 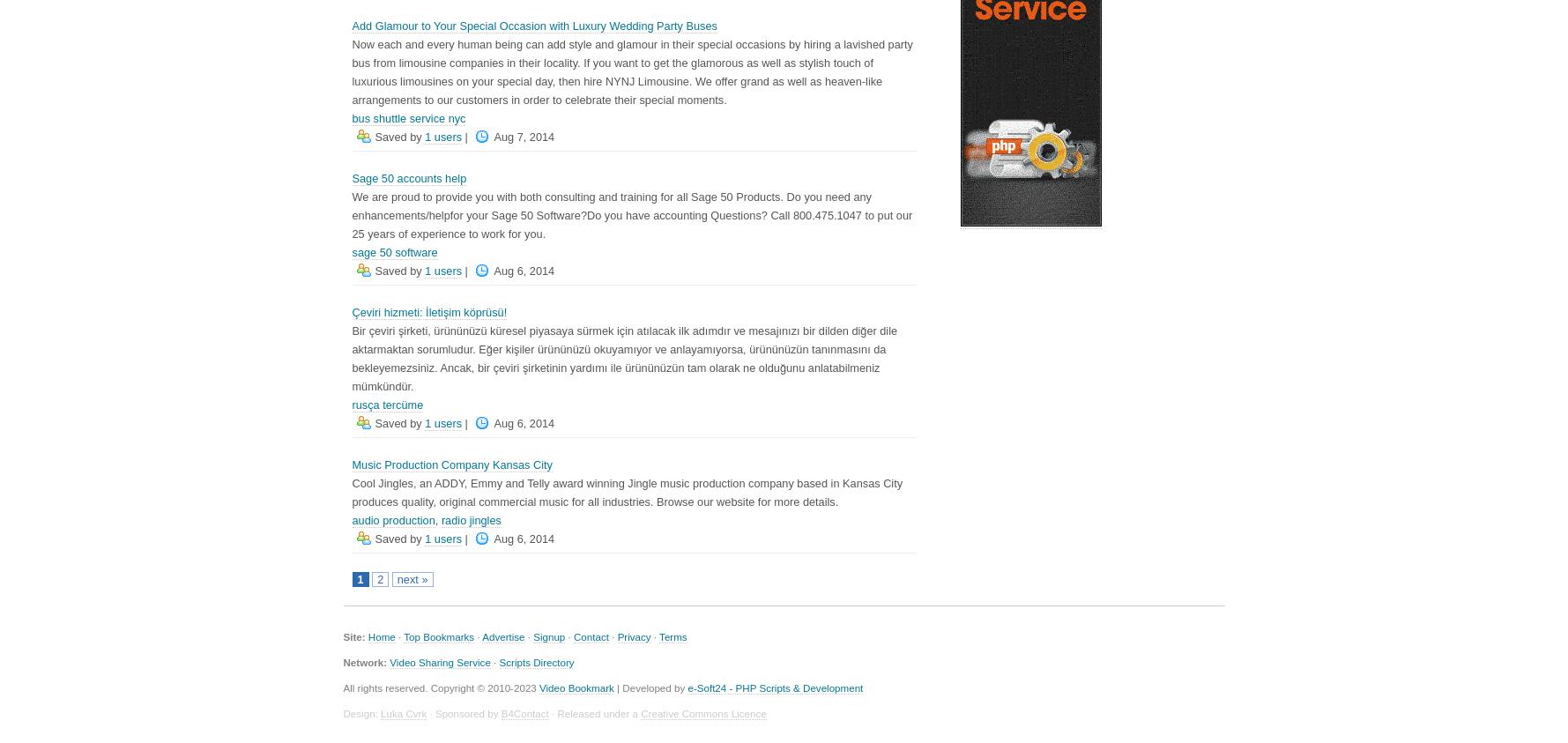 I want to click on 'Bir çeviri şirketi, ürününüzü küresel piyasaya sürmek için atılacak ilk adımdır ve mesajınızı bir dilden diğer dile aktarmaktan sorumludur. Eğer kişiler ürününüzü okuyamıyor ve anlayamıyorsa, ürününüzün tanınmasını da bekleyemezsiniz. Ancak, bir çeviri şirketinin yardımı ile ürününüzün tam olarak ne olduğunu anlatabilmeniz mümkündür.', so click(x=624, y=356).